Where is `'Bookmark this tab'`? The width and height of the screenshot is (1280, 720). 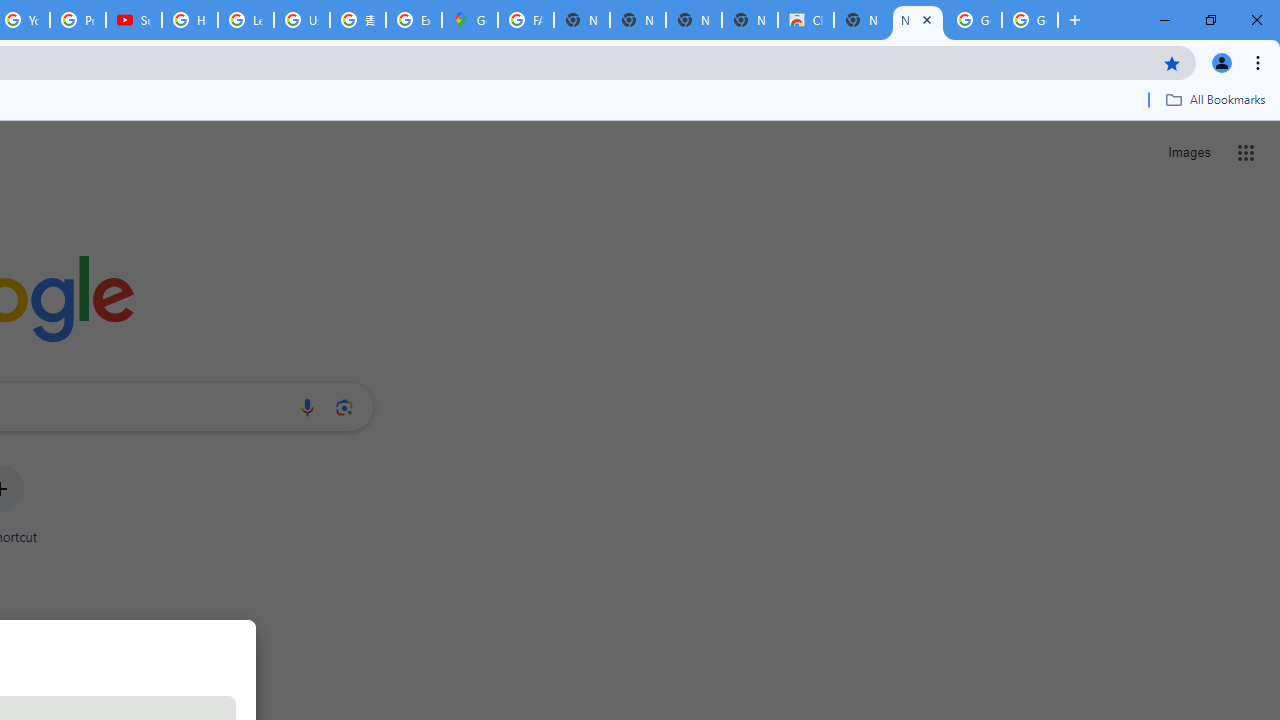
'Bookmark this tab' is located at coordinates (1171, 61).